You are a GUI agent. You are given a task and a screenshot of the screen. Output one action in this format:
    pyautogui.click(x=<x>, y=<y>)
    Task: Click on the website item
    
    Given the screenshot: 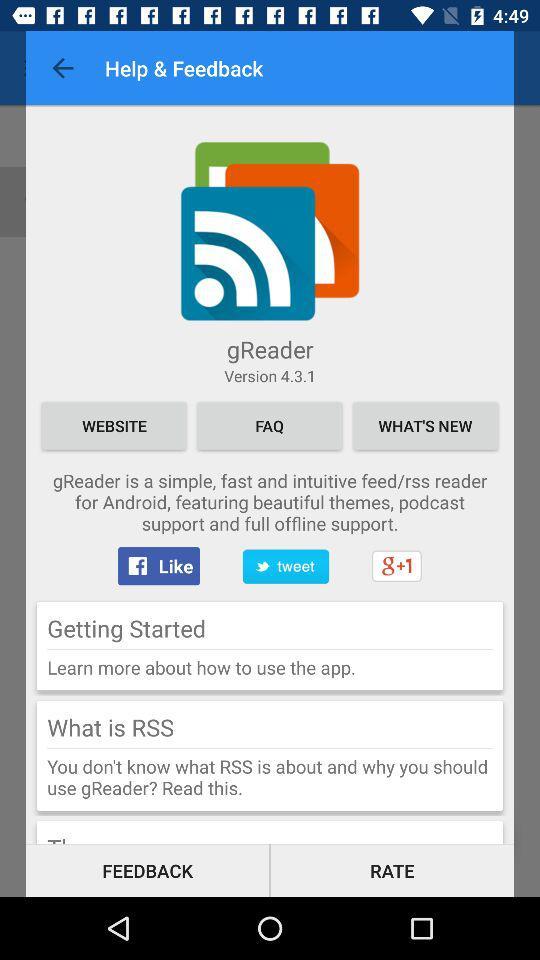 What is the action you would take?
    pyautogui.click(x=114, y=425)
    